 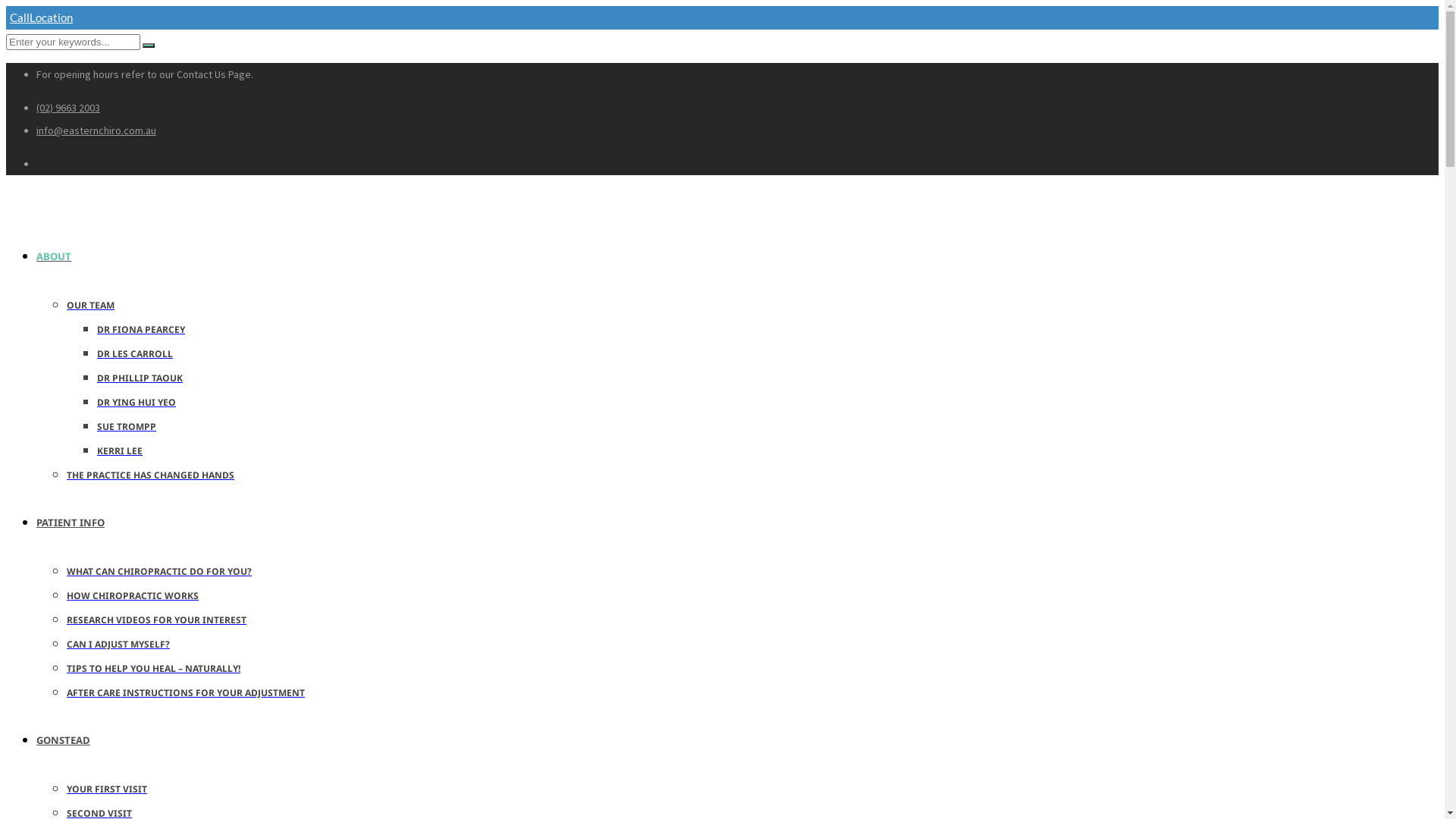 I want to click on 'ABOUT', so click(x=67, y=254).